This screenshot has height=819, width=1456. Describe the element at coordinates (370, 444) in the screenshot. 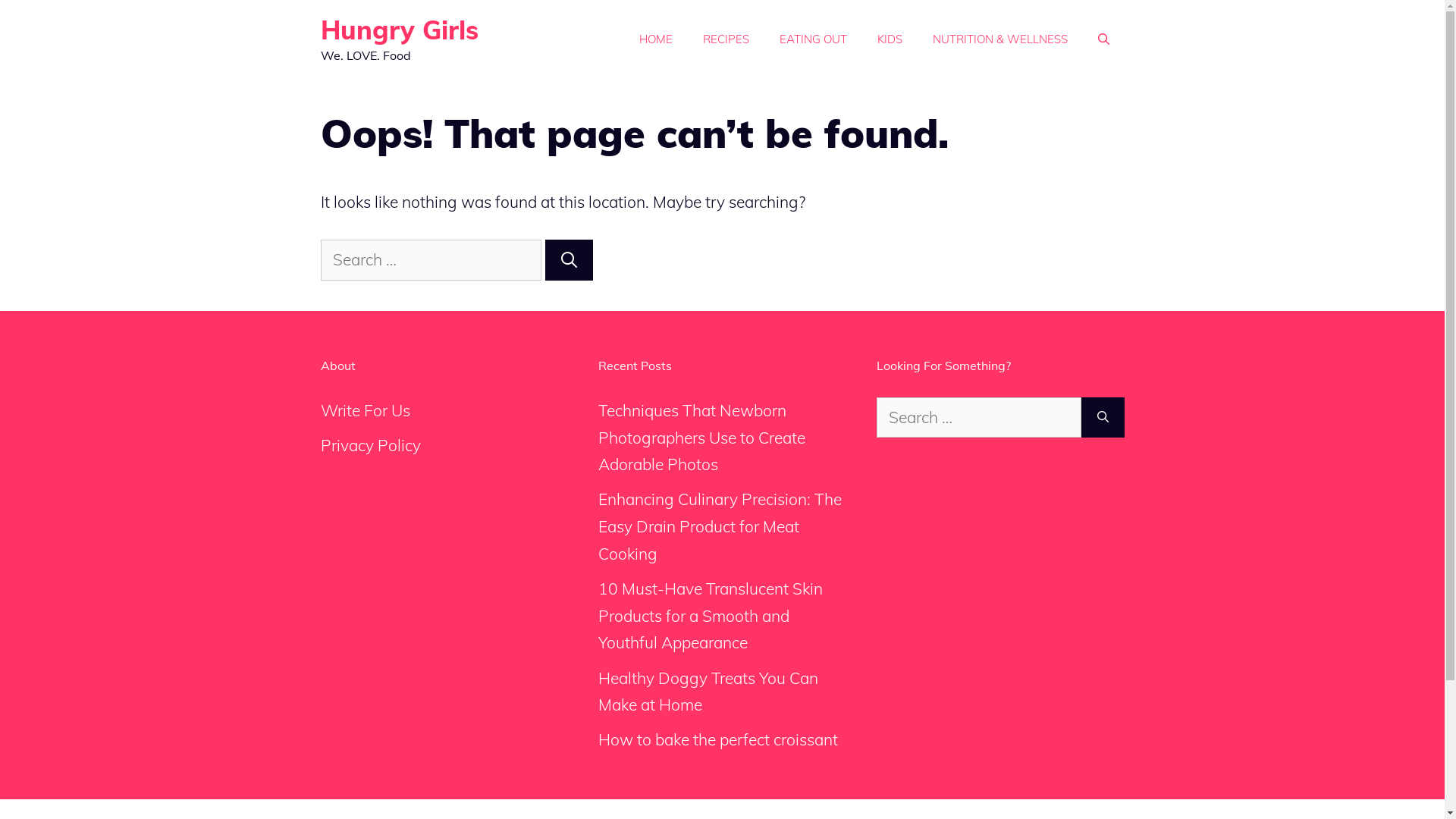

I see `'Privacy Policy'` at that location.